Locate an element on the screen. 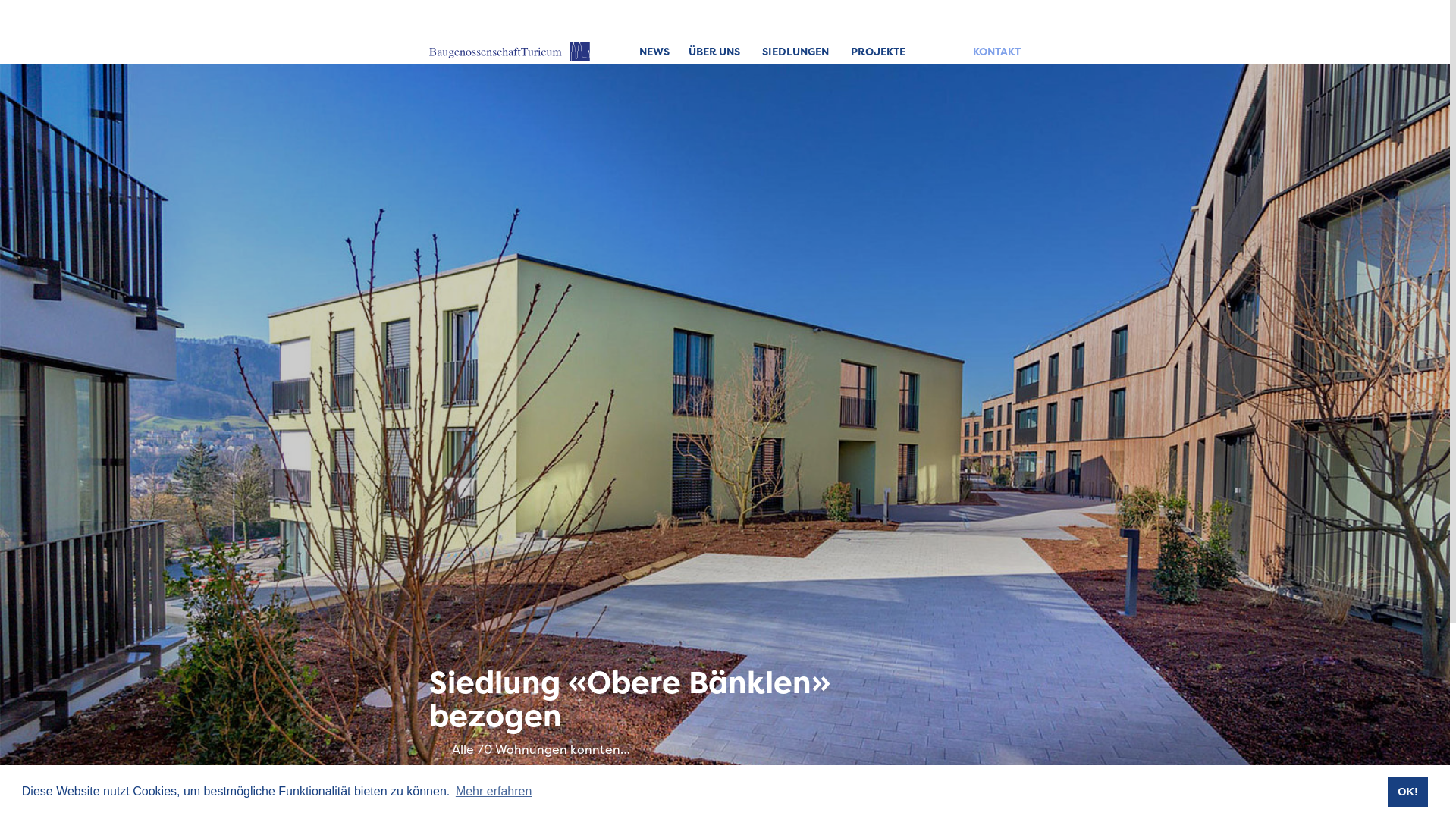 This screenshot has height=819, width=1456. 'OK!' is located at coordinates (1387, 791).